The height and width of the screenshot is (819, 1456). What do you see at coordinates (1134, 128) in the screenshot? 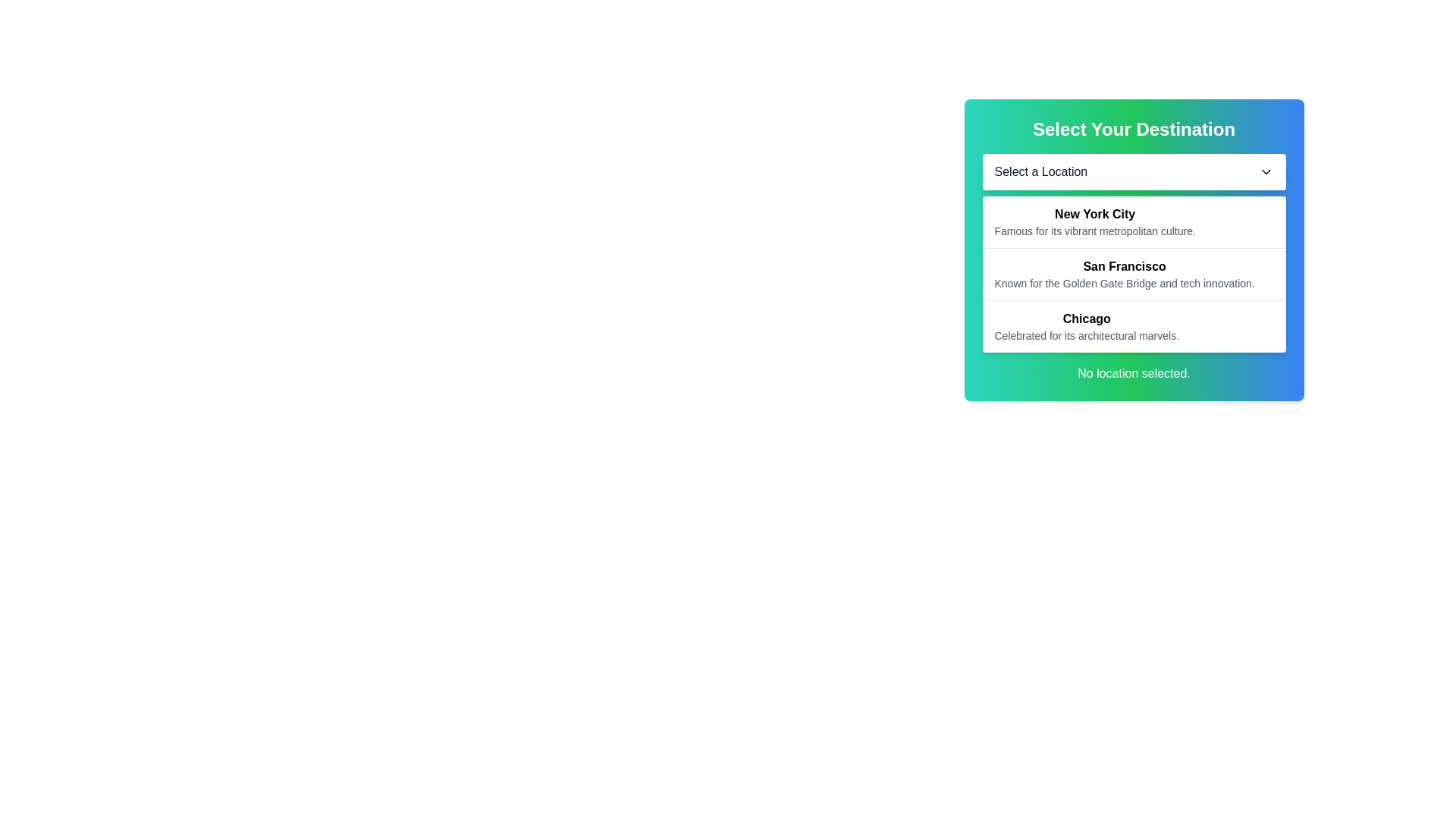
I see `the heading element that displays 'Select Your Destination' in large, bold, white font at the top of the card component` at bounding box center [1134, 128].